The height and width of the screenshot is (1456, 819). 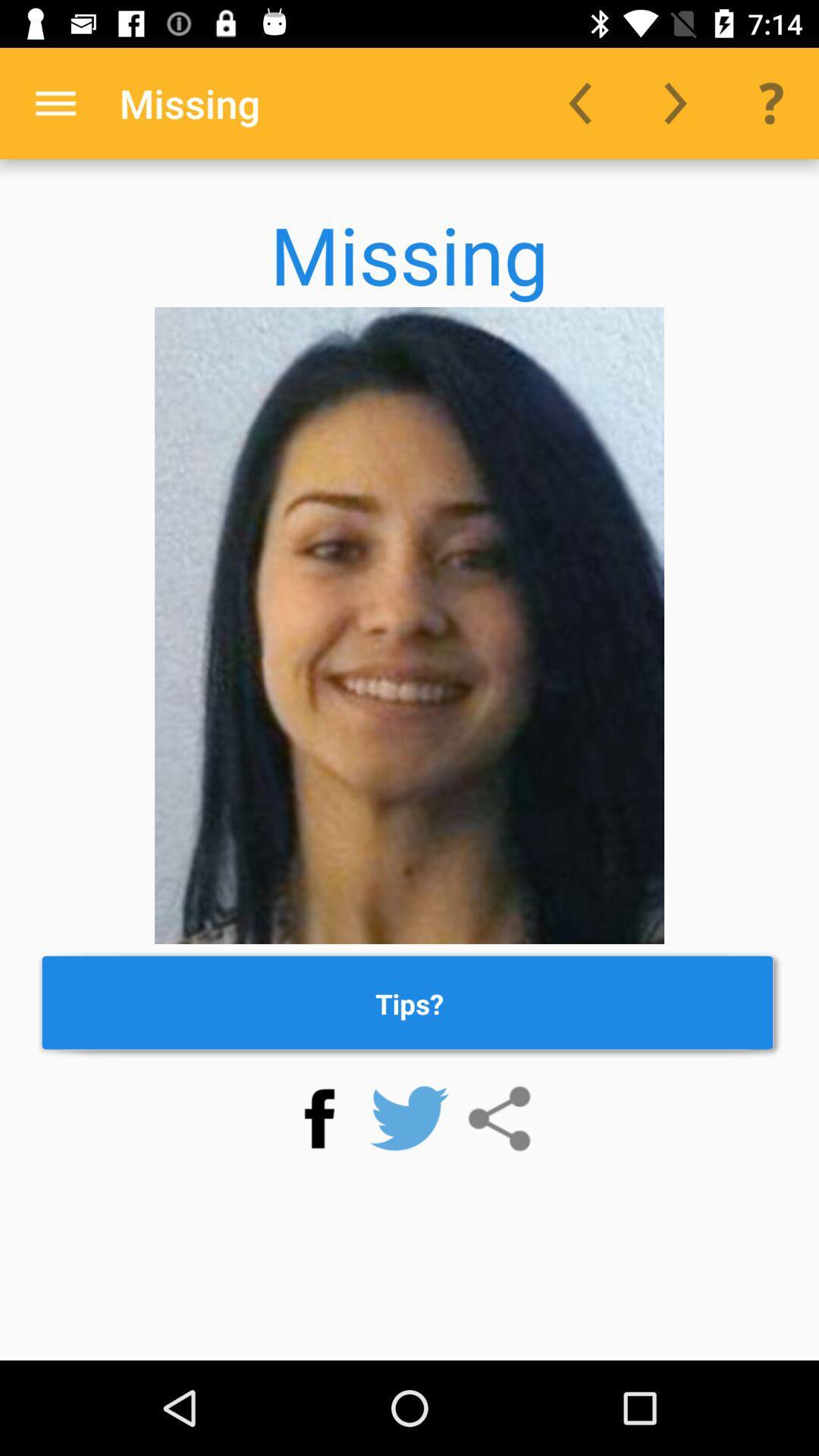 What do you see at coordinates (318, 1119) in the screenshot?
I see `the facebook icon` at bounding box center [318, 1119].